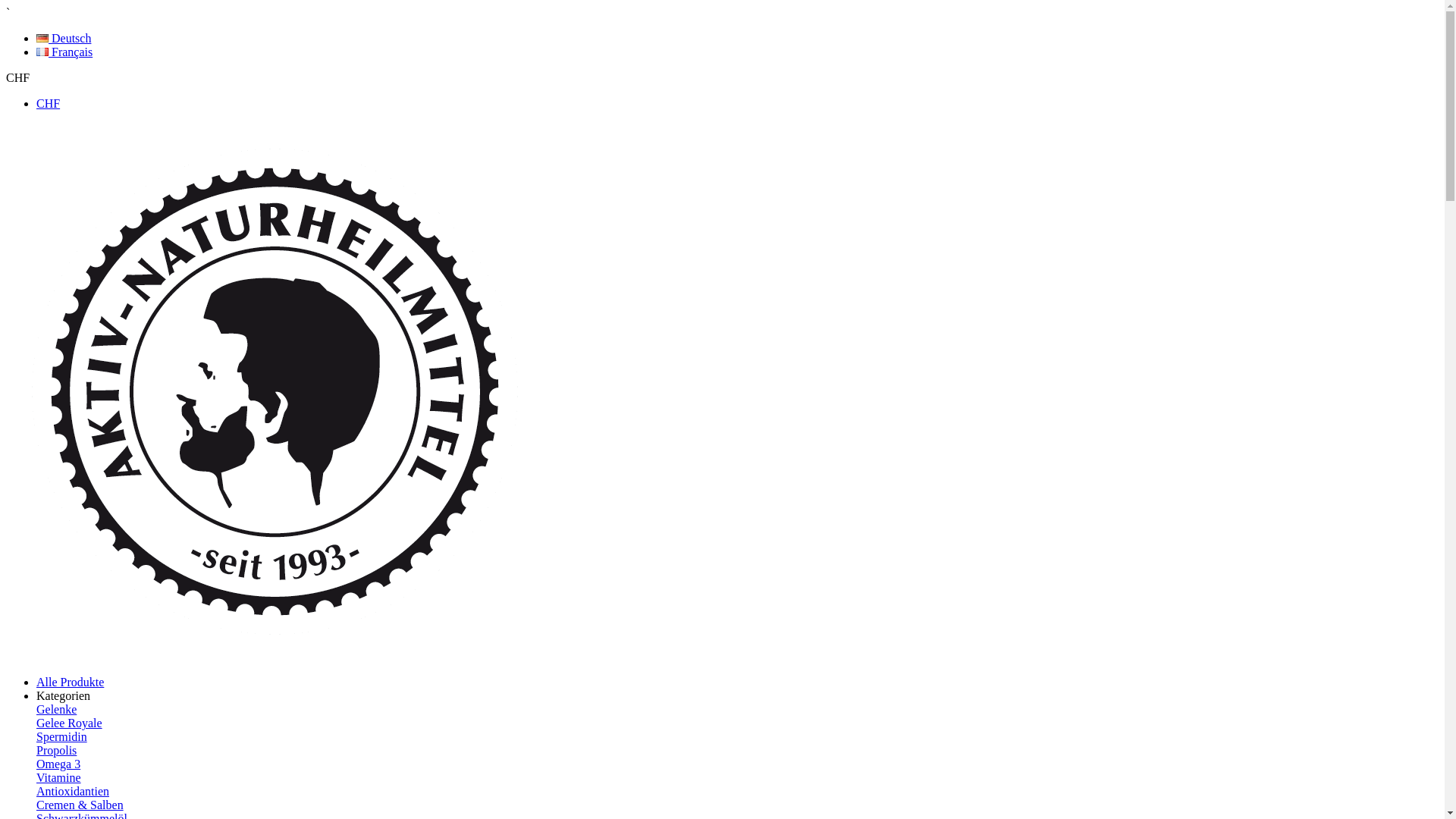 Image resolution: width=1456 pixels, height=819 pixels. I want to click on 'Gelenke', so click(56, 709).